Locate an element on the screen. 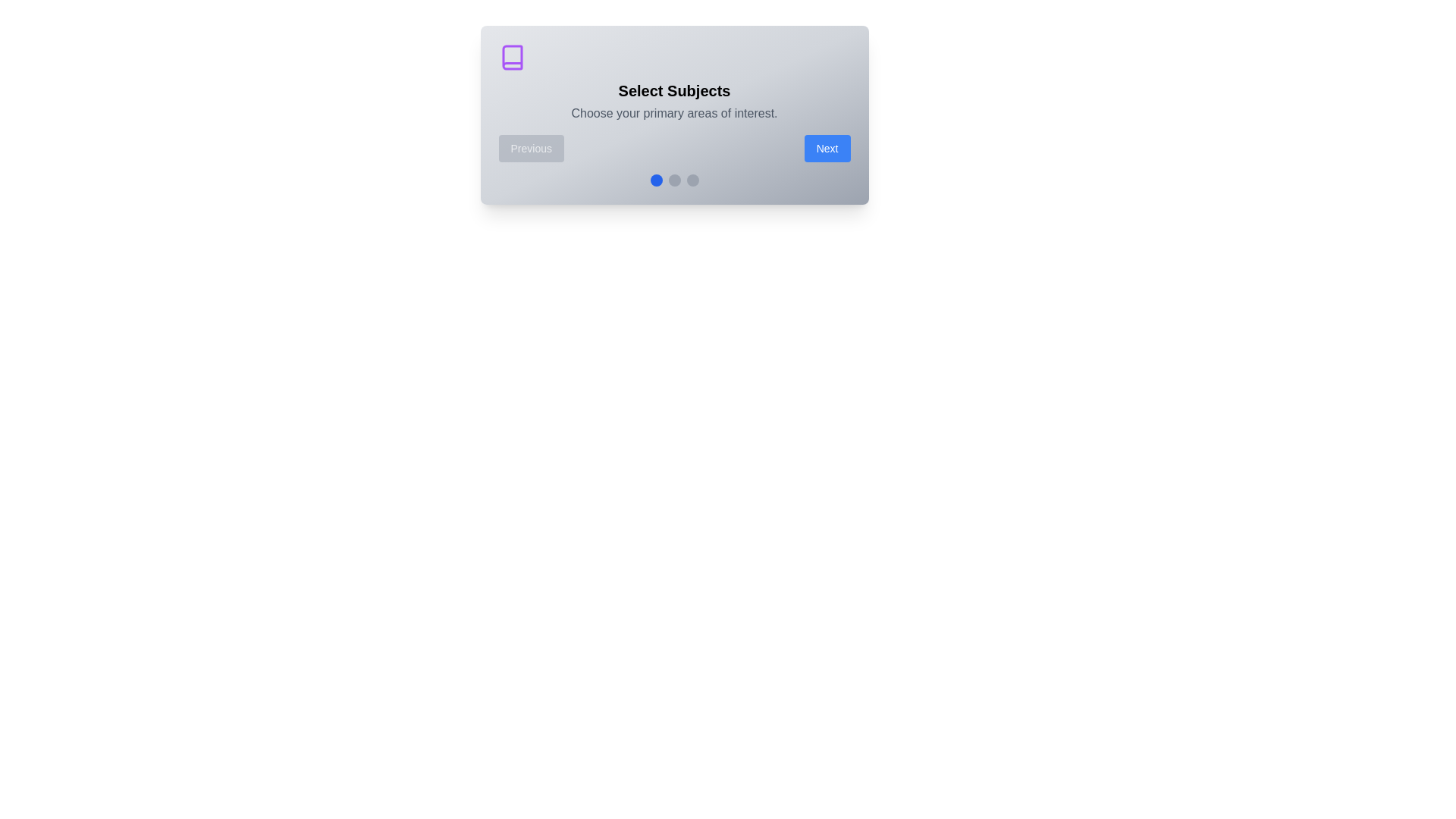 Image resolution: width=1456 pixels, height=819 pixels. the 'Next' button to navigate to the next step is located at coordinates (827, 149).